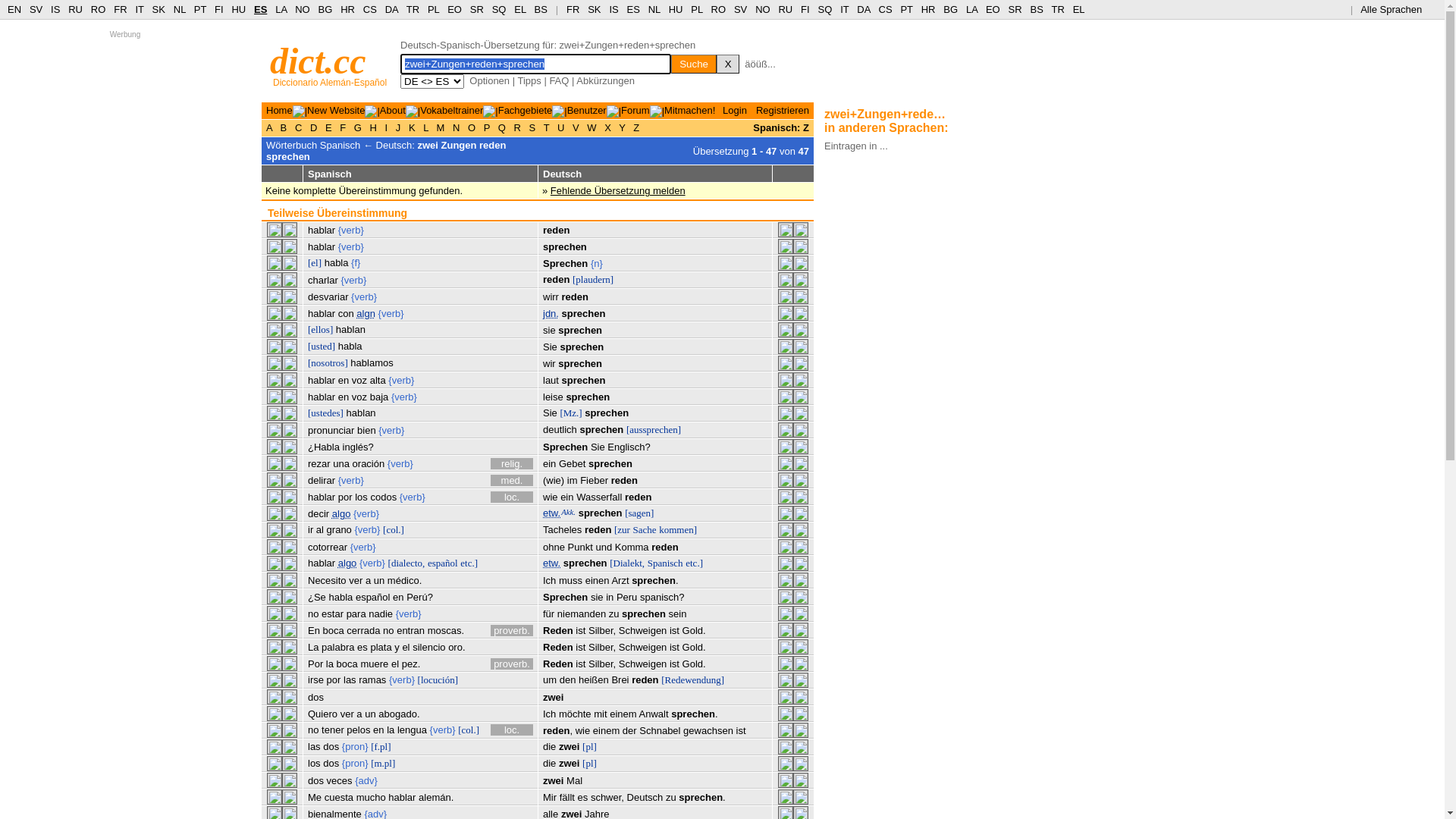 The height and width of the screenshot is (819, 1456). Describe the element at coordinates (337, 127) in the screenshot. I see `'F'` at that location.